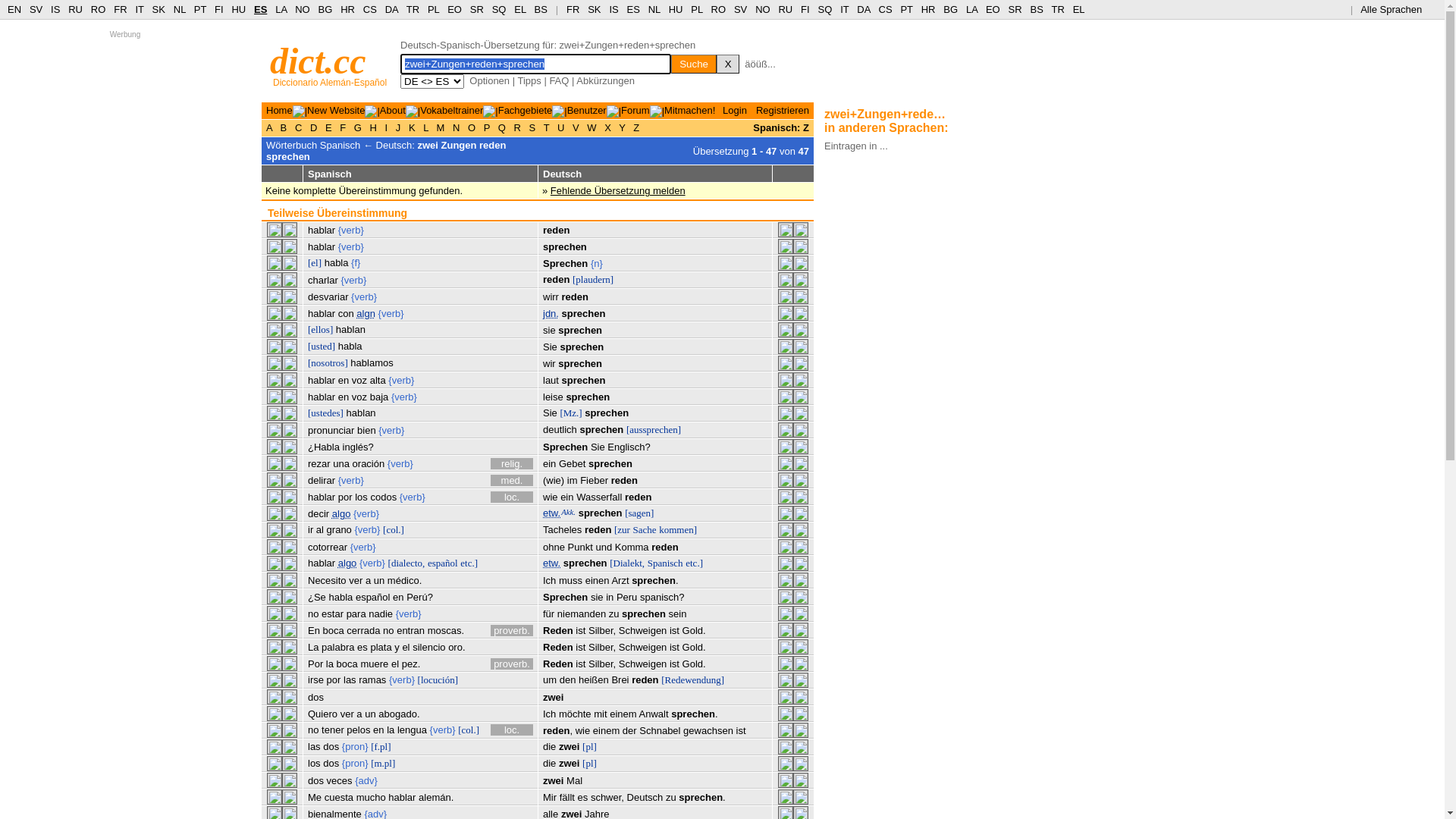 The height and width of the screenshot is (819, 1456). Describe the element at coordinates (337, 127) in the screenshot. I see `'F'` at that location.